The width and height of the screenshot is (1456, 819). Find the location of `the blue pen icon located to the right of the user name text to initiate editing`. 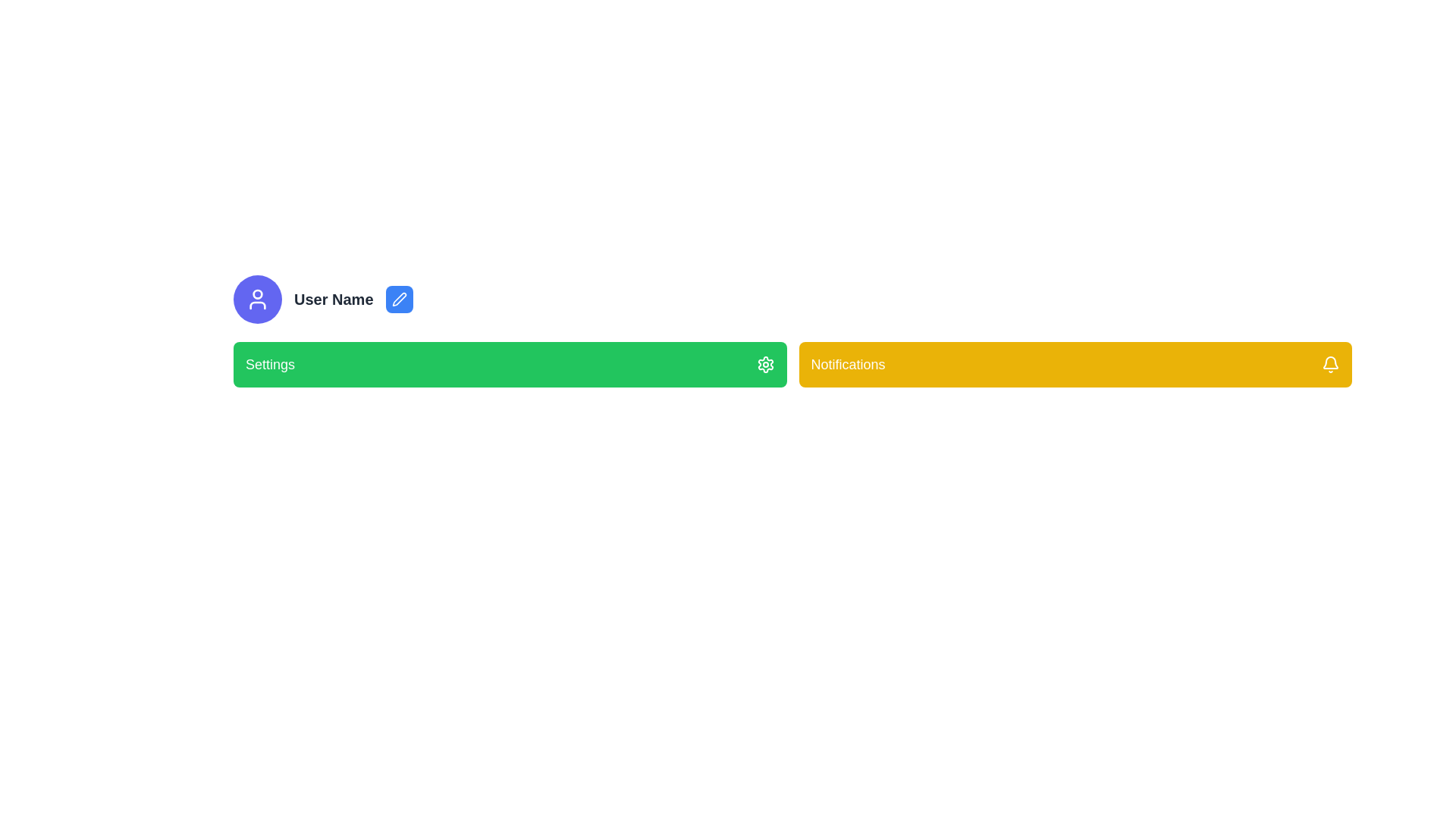

the blue pen icon located to the right of the user name text to initiate editing is located at coordinates (399, 299).